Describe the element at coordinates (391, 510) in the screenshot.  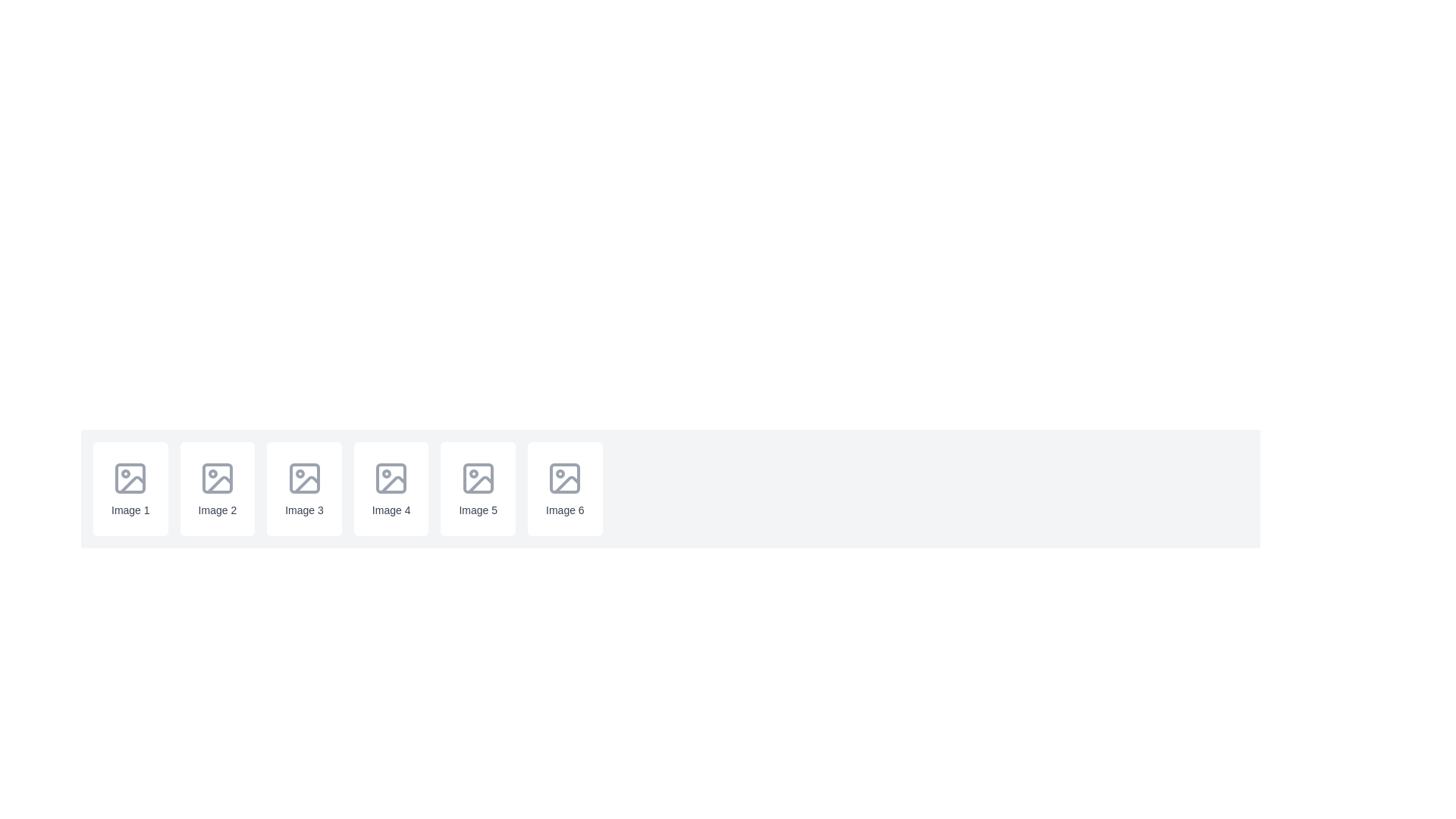
I see `text content of the label displaying 'Image 4', which is styled with a smaller font size and gray color, positioned beneath its corresponding image icon` at that location.